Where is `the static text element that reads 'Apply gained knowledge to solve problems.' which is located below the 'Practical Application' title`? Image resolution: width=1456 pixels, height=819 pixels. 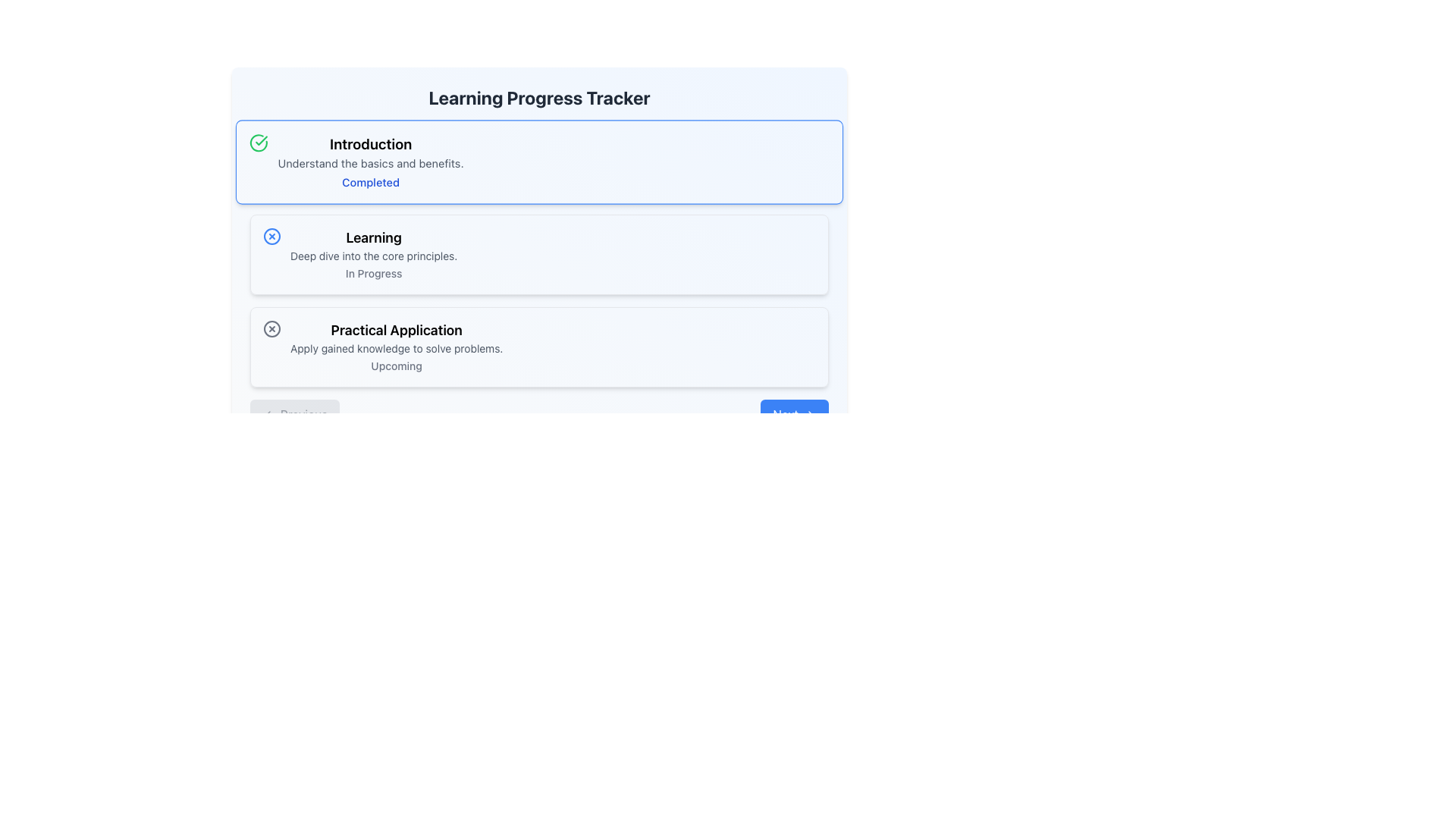 the static text element that reads 'Apply gained knowledge to solve problems.' which is located below the 'Practical Application' title is located at coordinates (397, 348).